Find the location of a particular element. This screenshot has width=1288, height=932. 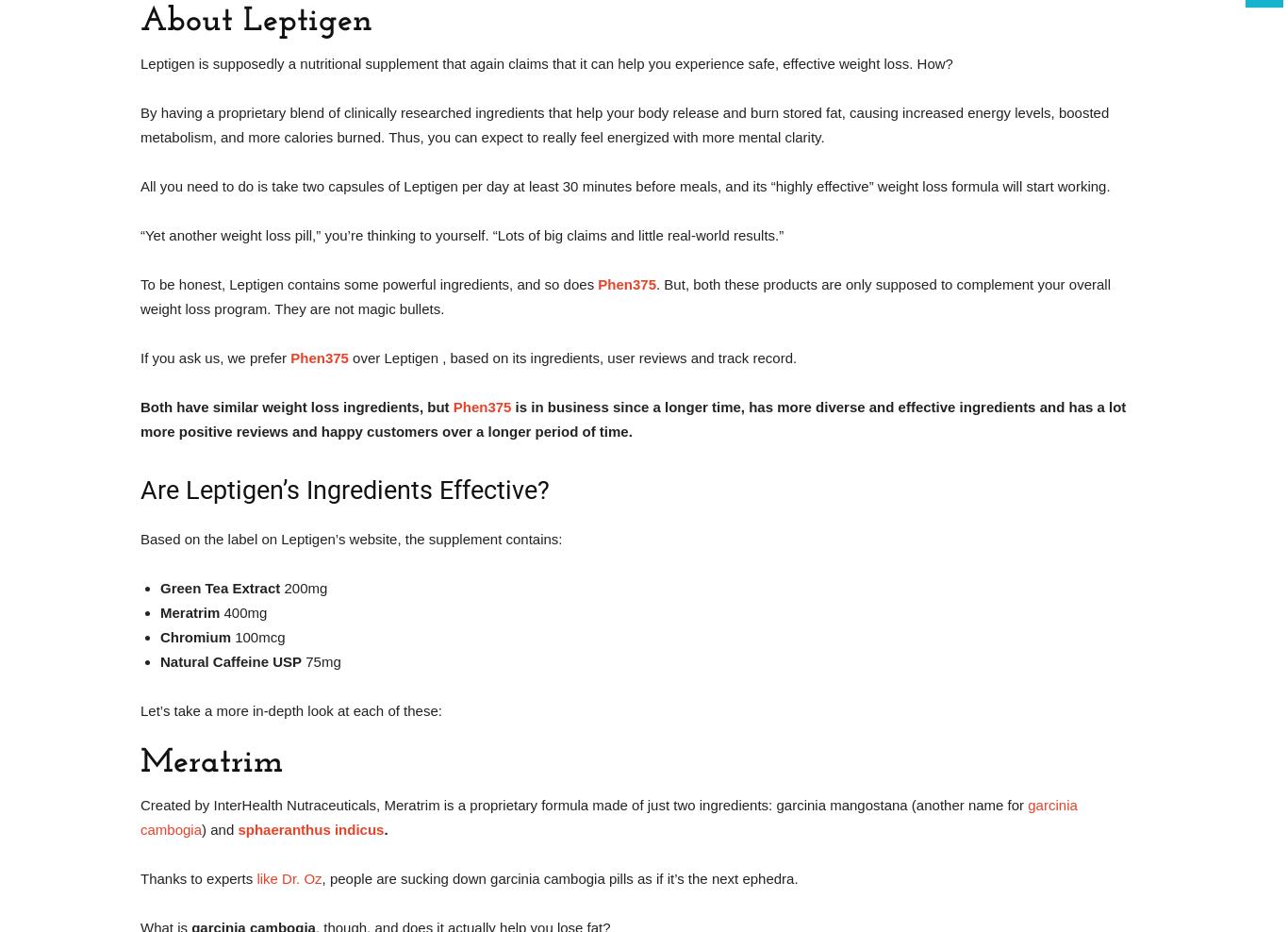

'sphaeranthus indicus' is located at coordinates (238, 828).